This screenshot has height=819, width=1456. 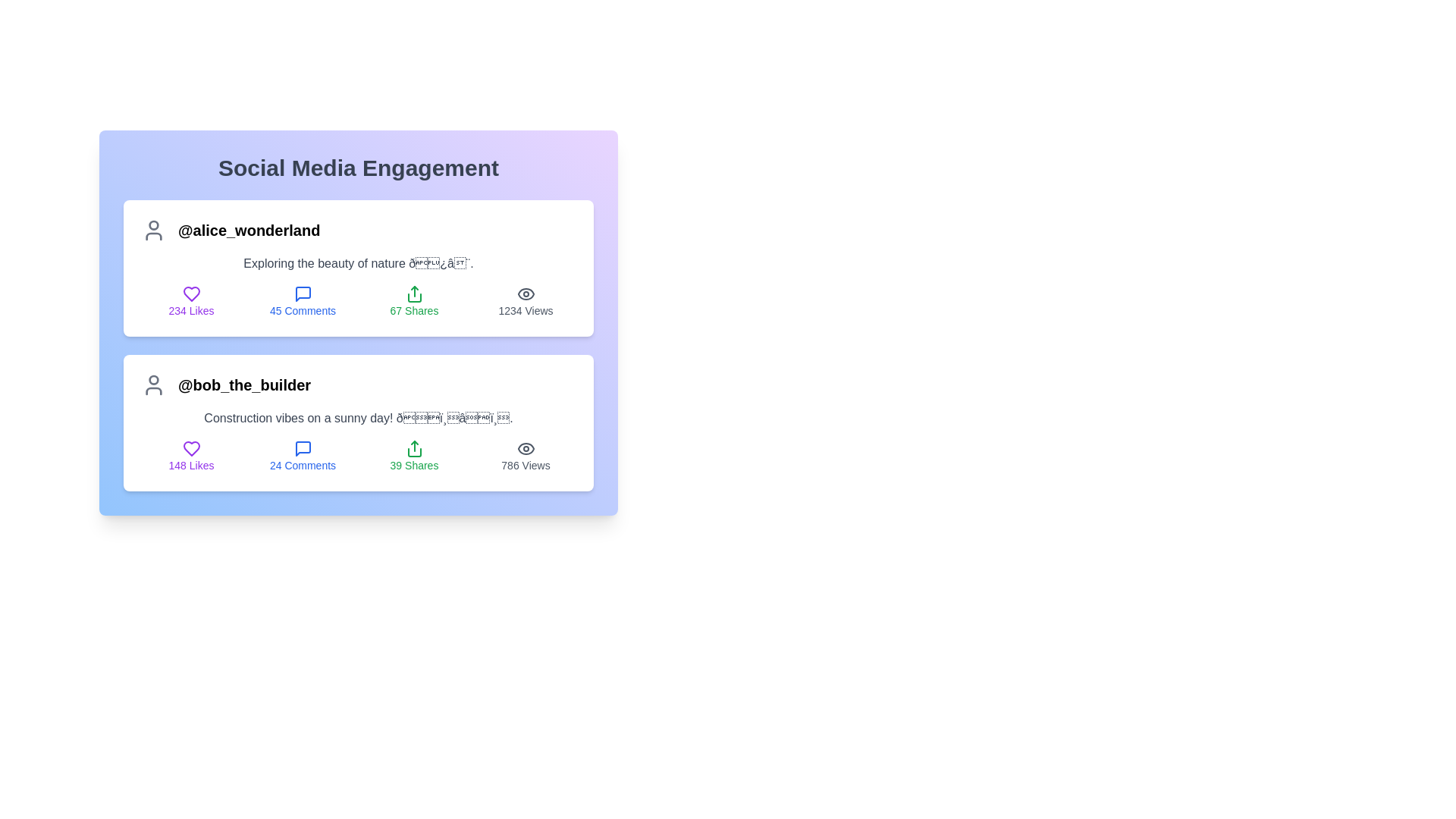 What do you see at coordinates (303, 455) in the screenshot?
I see `the interactive button represented by a speech bubble icon with the text '24 Comments' to observe the styling transitions` at bounding box center [303, 455].